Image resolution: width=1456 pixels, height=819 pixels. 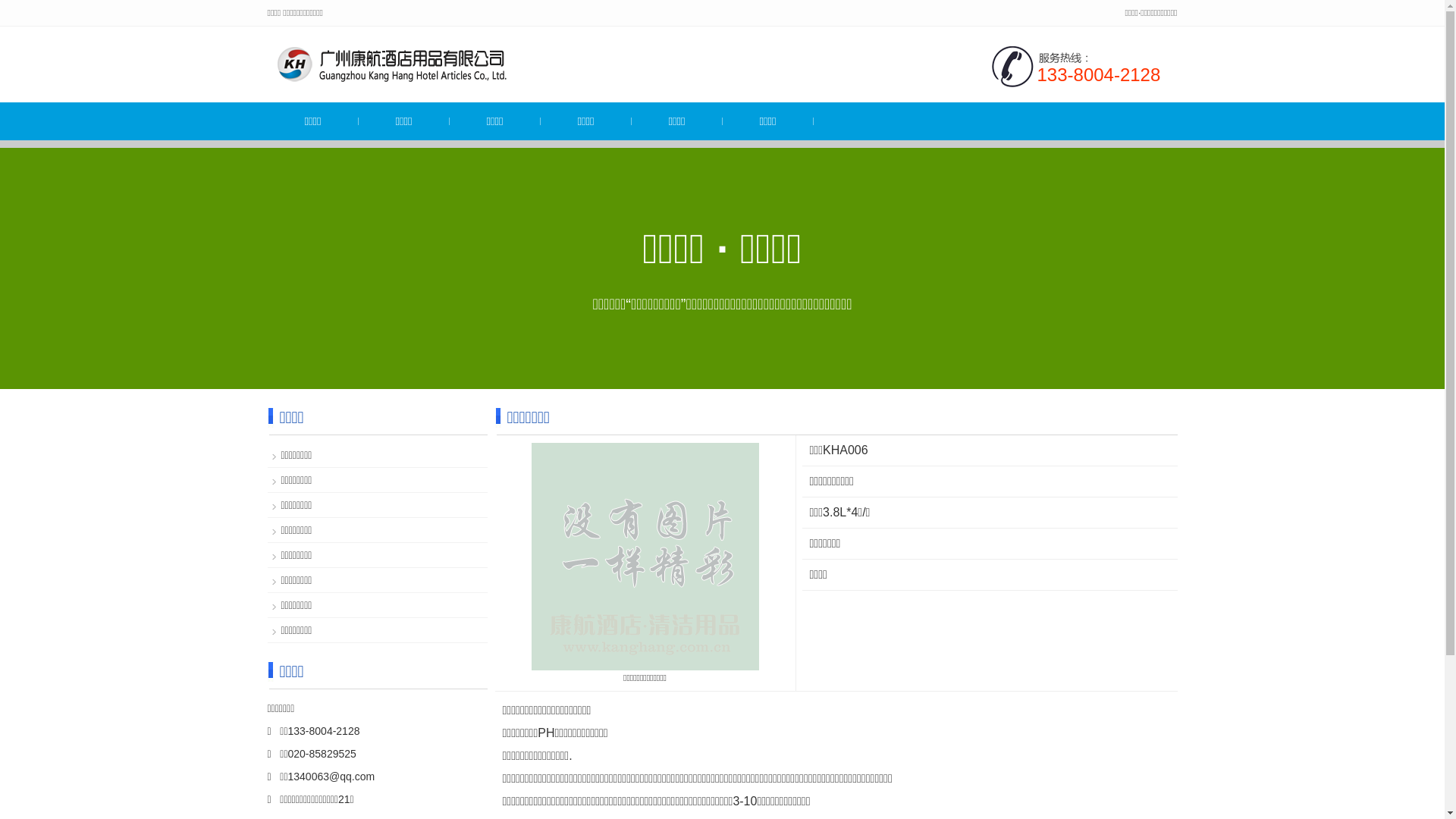 I want to click on '133-8004-2128', so click(x=1099, y=74).